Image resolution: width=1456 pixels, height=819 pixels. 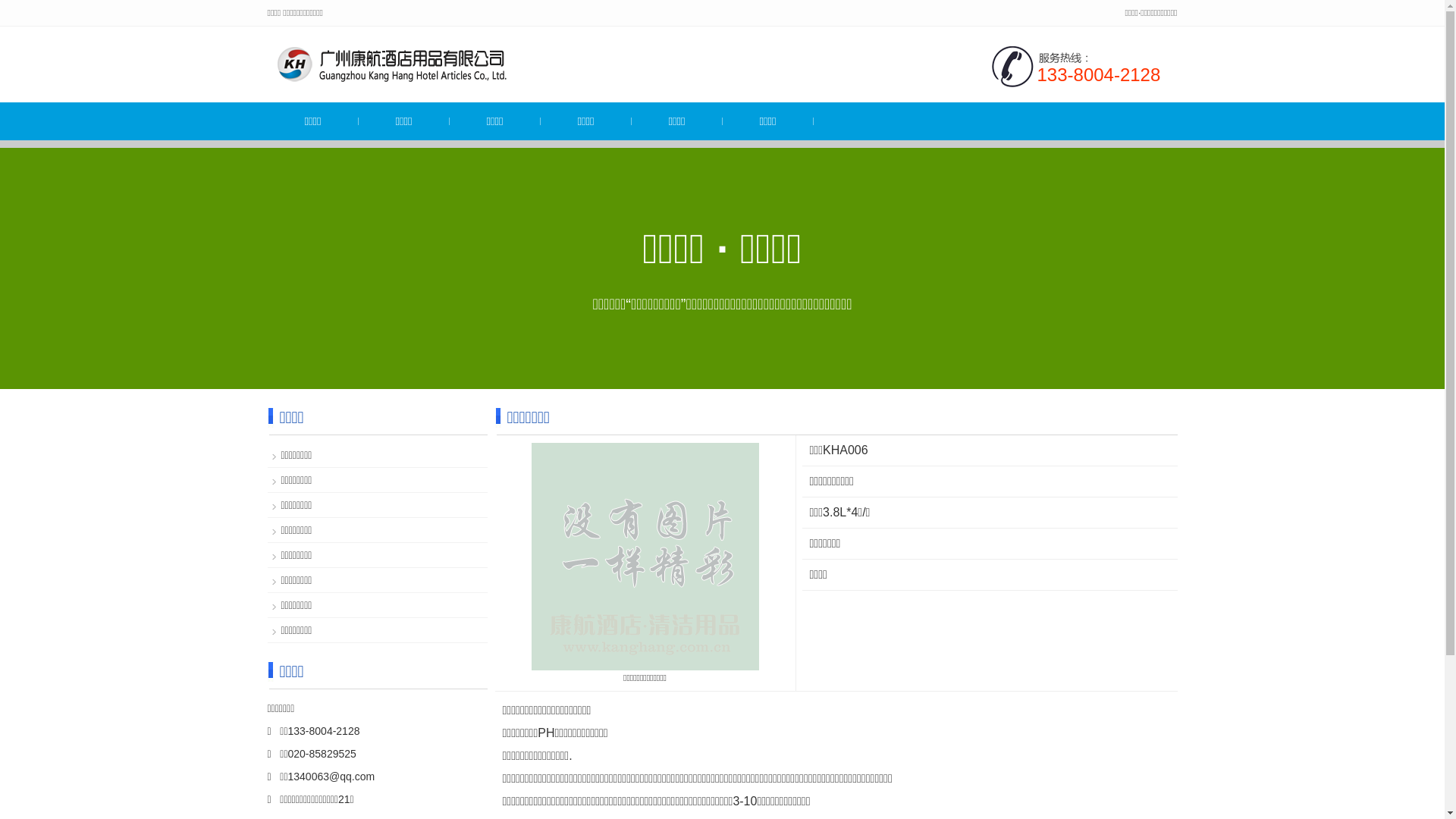 I want to click on '133-8004-2128', so click(x=1099, y=74).